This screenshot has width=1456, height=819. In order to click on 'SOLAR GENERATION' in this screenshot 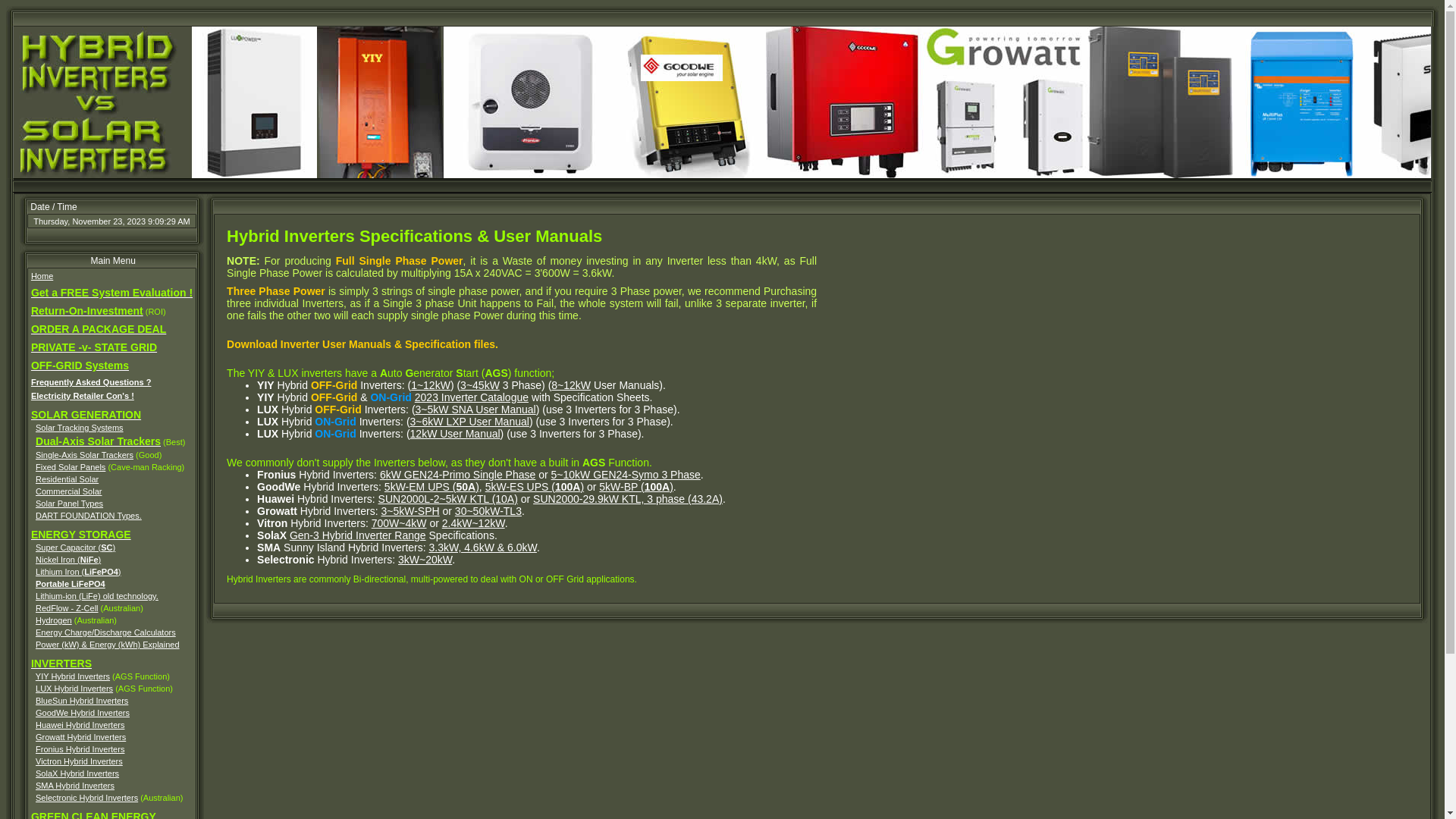, I will do `click(31, 415)`.